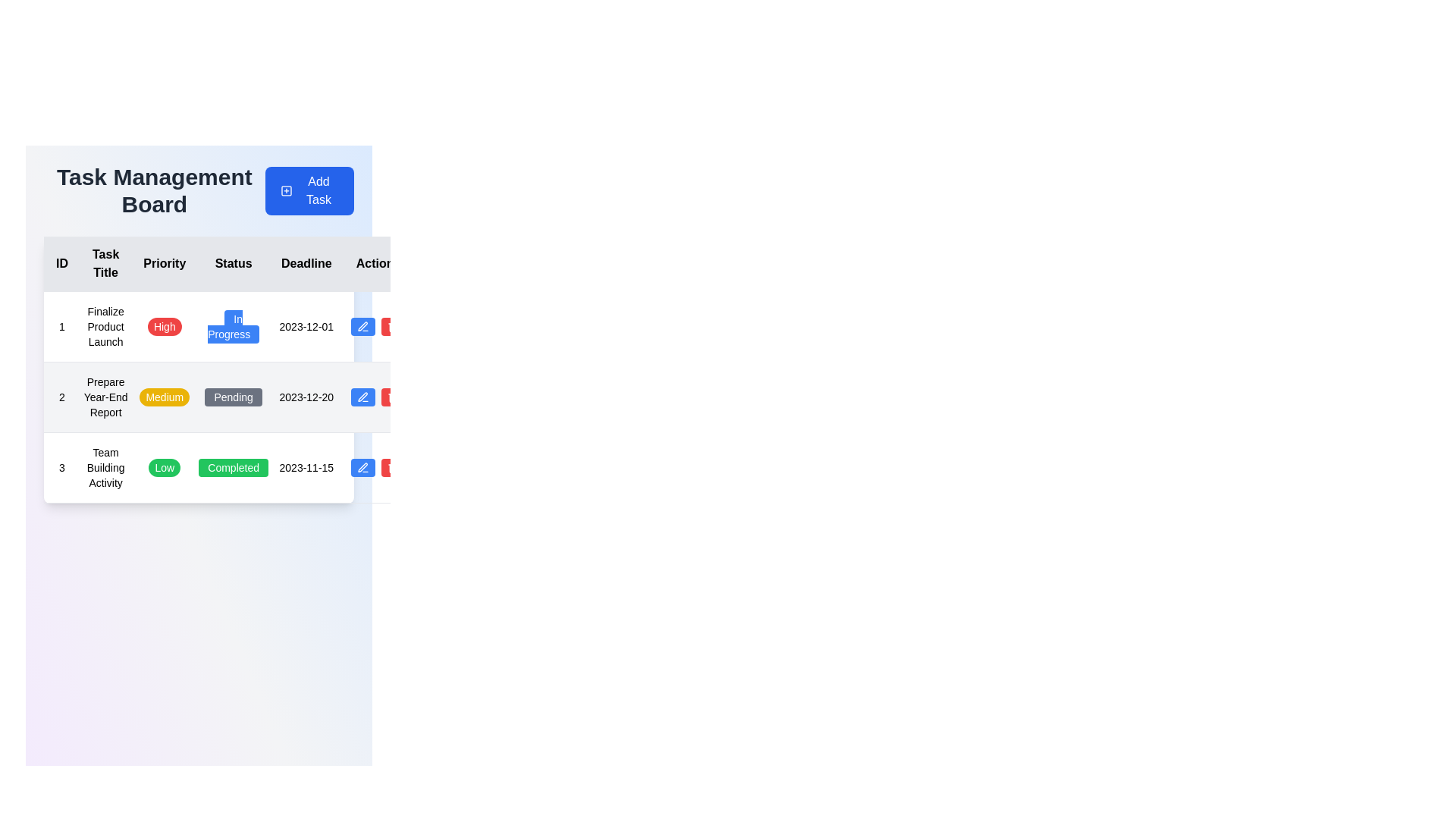 This screenshot has height=819, width=1456. What do you see at coordinates (378, 397) in the screenshot?
I see `the edit button located in the 'Action' column of the task table for the task titled 'Prepare Year-End Report'` at bounding box center [378, 397].